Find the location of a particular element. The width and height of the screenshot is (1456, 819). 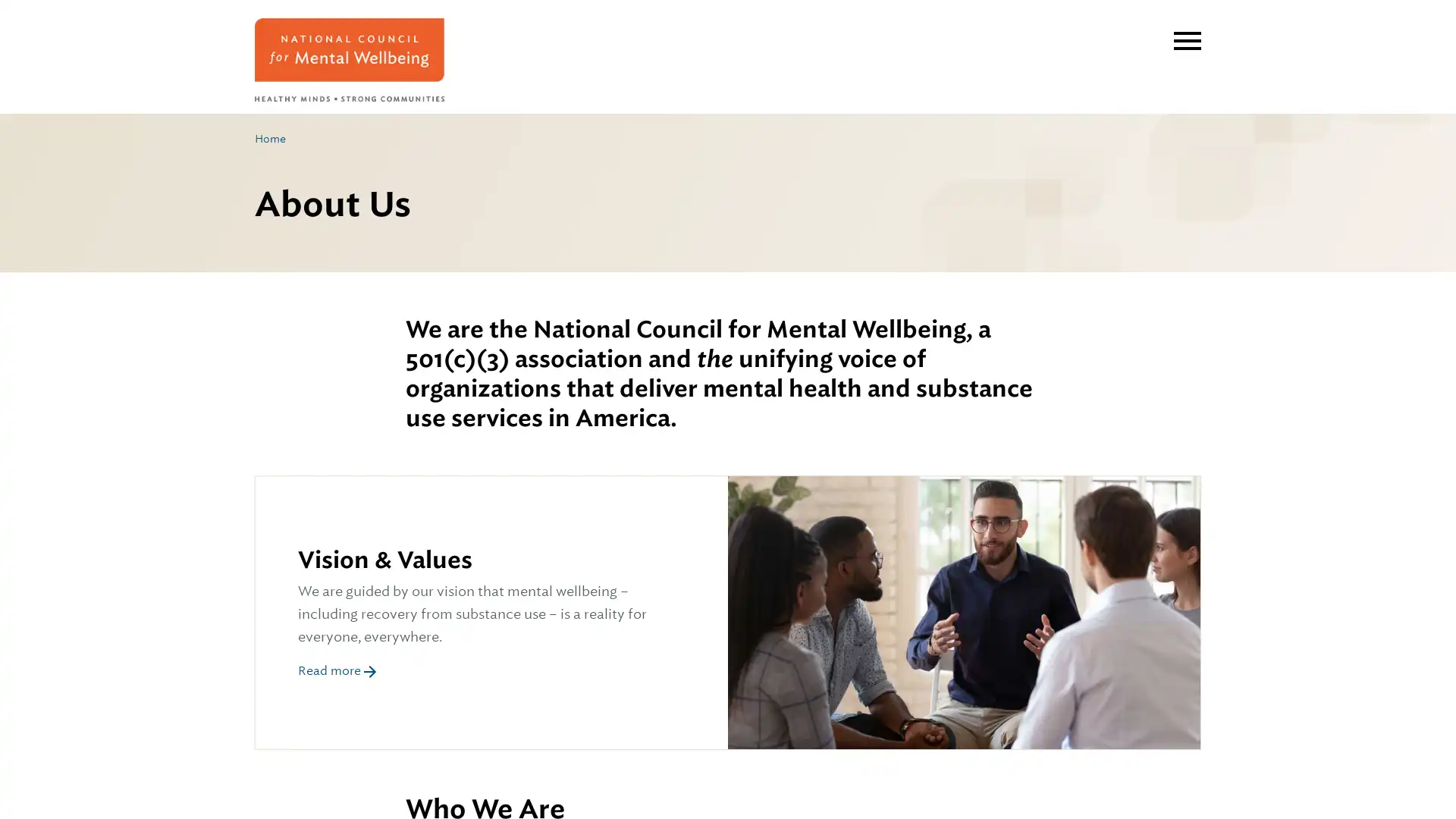

Search is located at coordinates (1166, 28).